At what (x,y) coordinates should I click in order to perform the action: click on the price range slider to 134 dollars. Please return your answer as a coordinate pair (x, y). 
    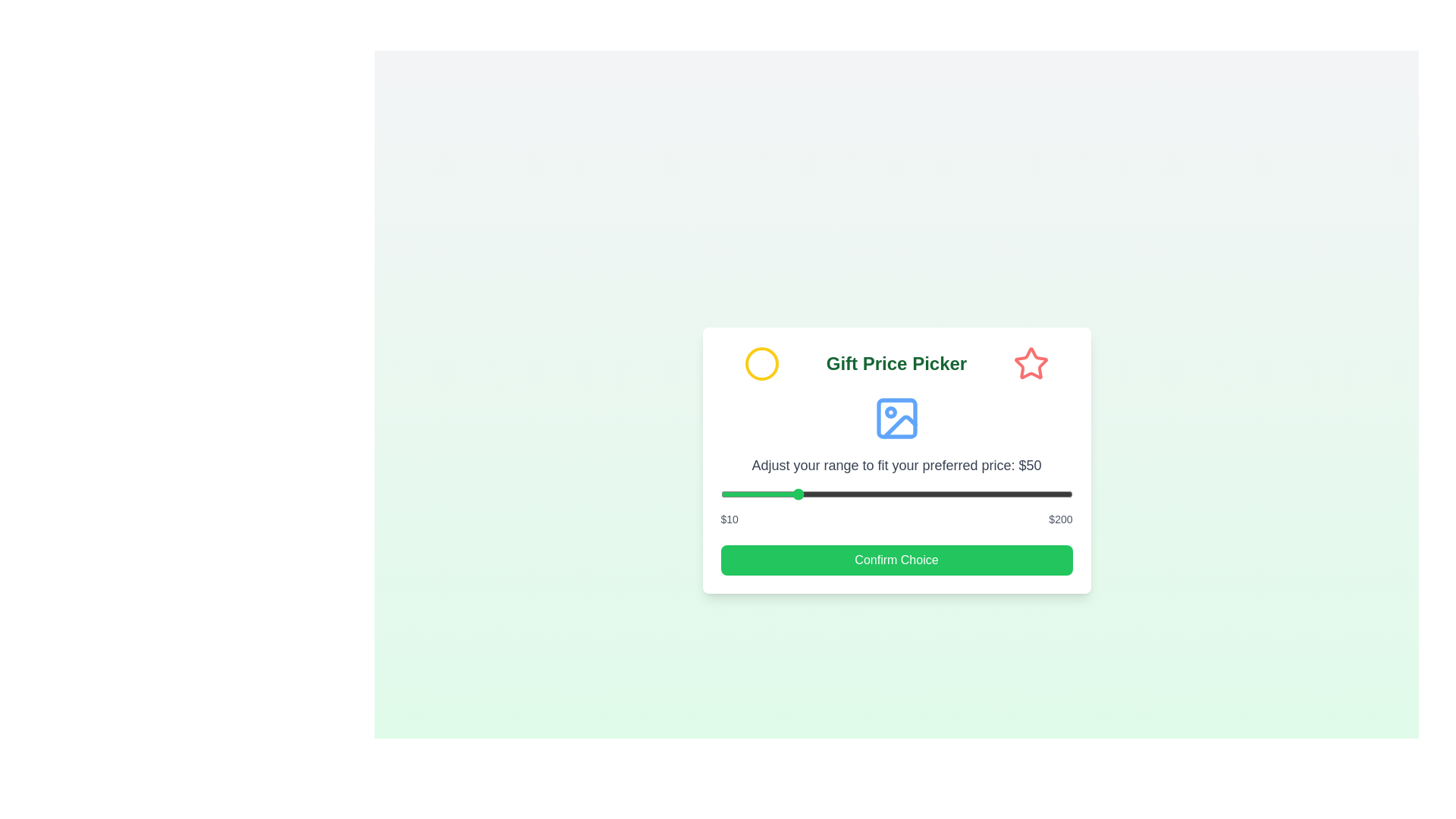
    Looking at the image, I should click on (949, 494).